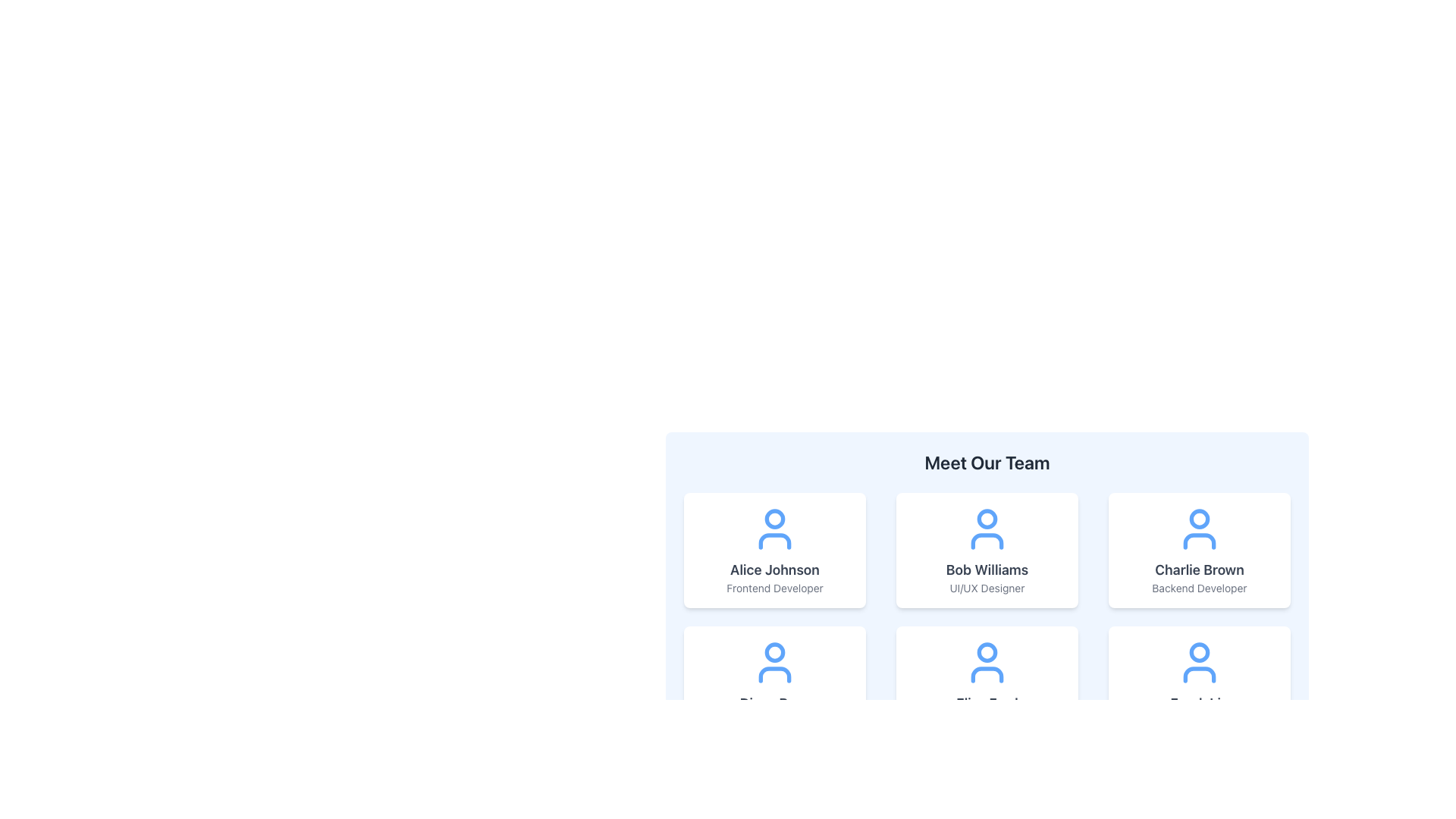  What do you see at coordinates (987, 540) in the screenshot?
I see `the decorative SVG graphic element representing team member Bob Williams in the 'Meet Our Team' section` at bounding box center [987, 540].